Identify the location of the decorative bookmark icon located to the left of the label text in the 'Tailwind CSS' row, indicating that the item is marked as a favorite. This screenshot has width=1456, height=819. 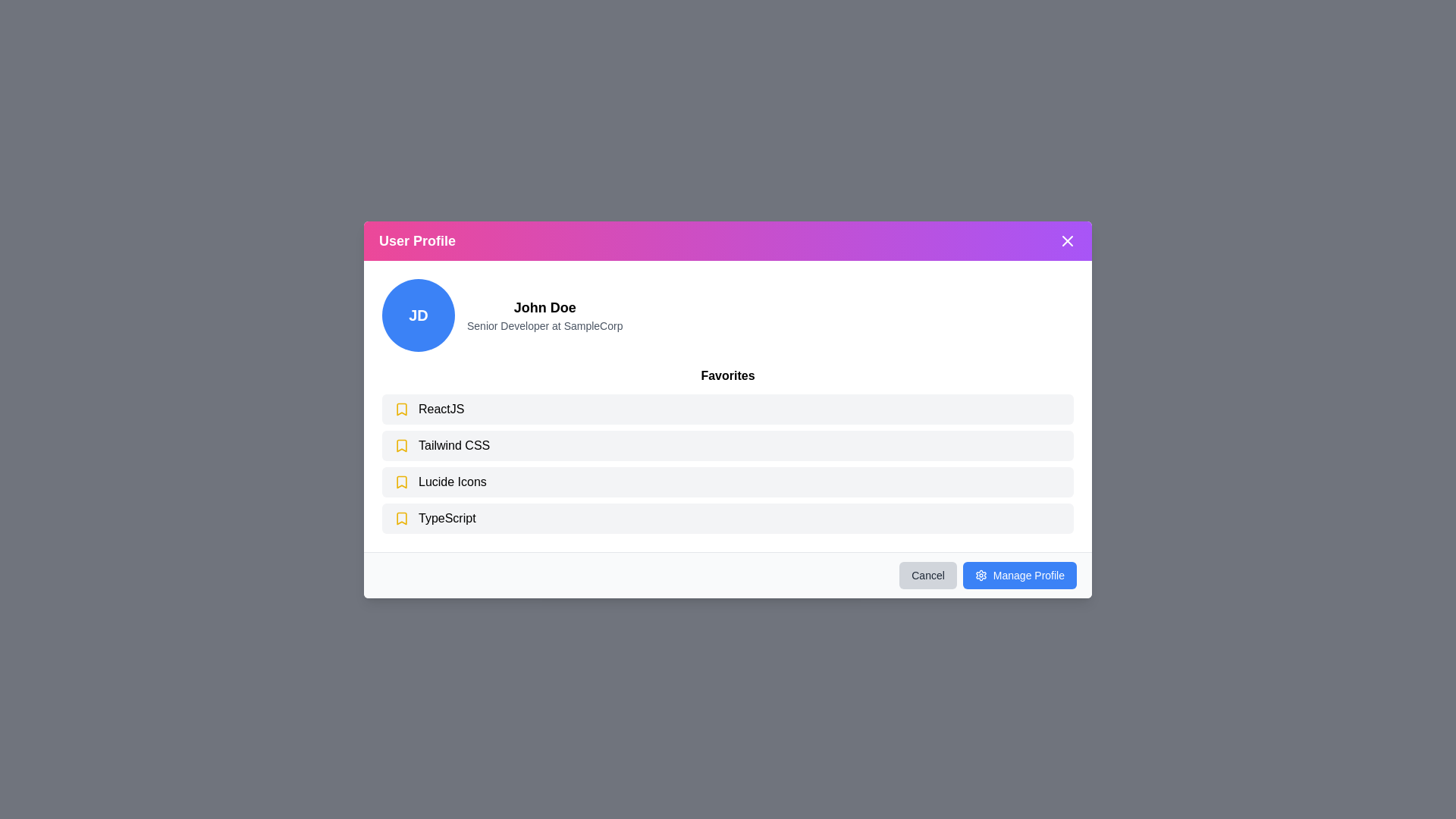
(401, 444).